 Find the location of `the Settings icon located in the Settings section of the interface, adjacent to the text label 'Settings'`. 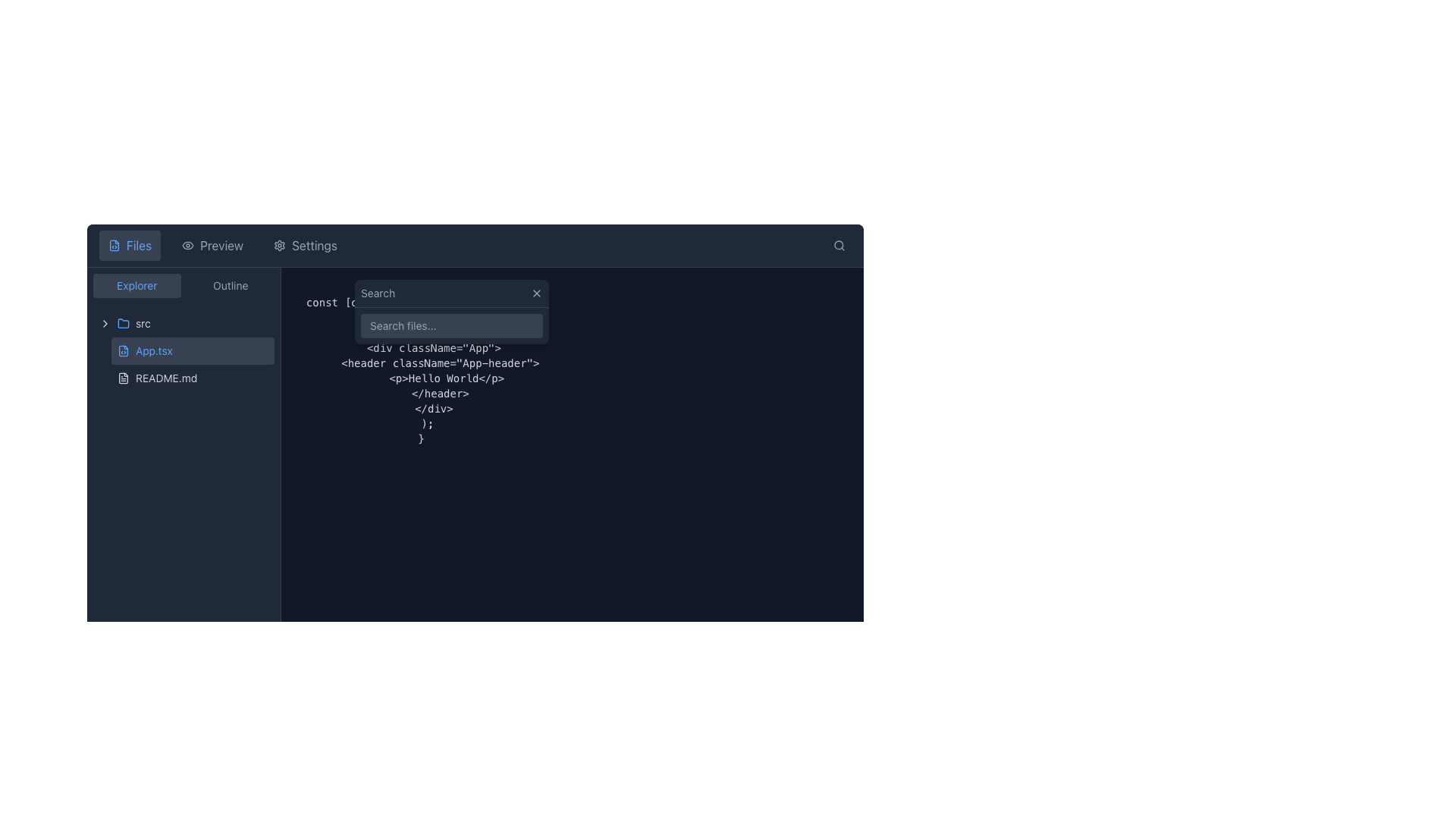

the Settings icon located in the Settings section of the interface, adjacent to the text label 'Settings' is located at coordinates (280, 245).